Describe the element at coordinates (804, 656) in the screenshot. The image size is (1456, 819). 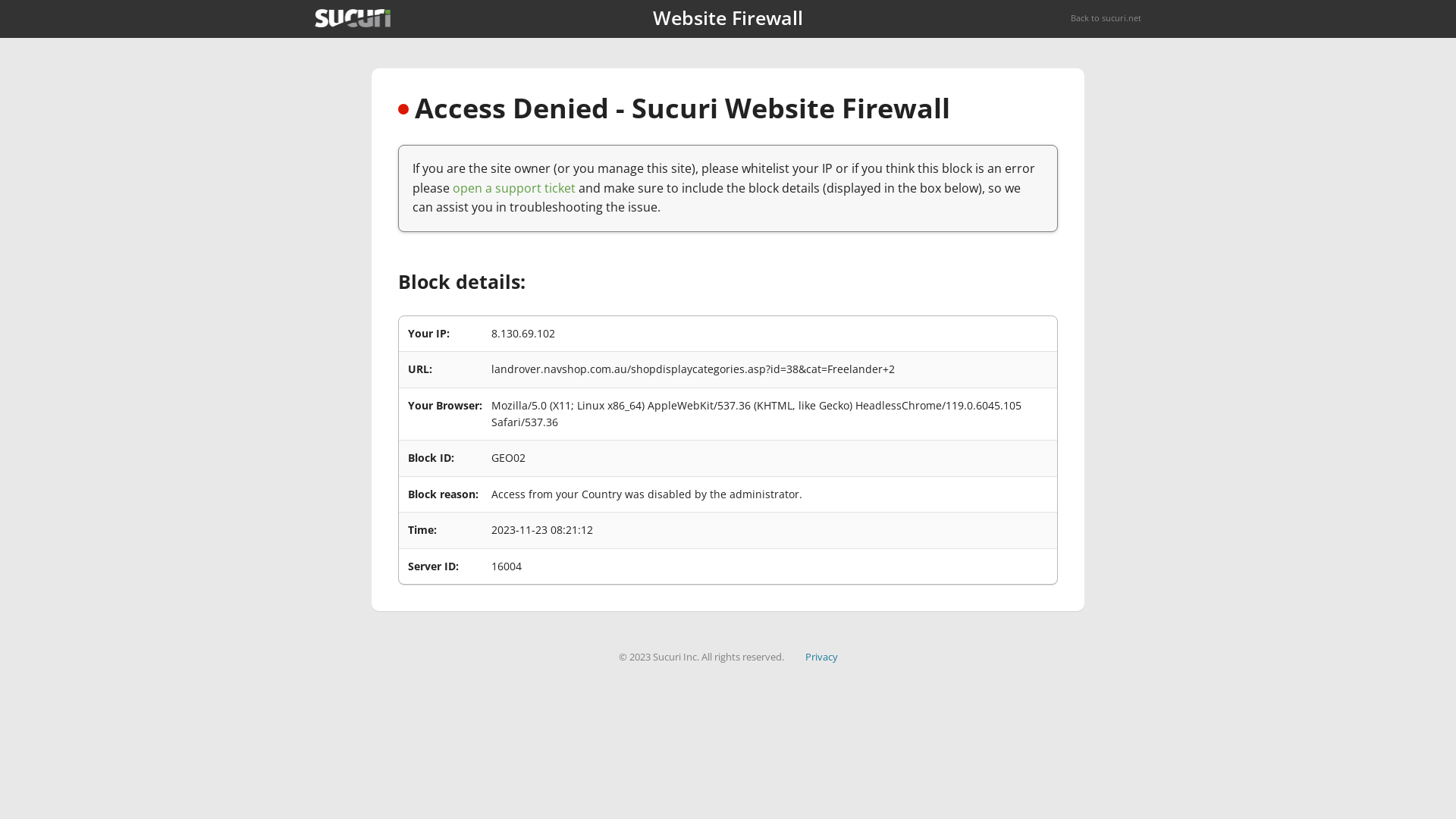
I see `'Privacy'` at that location.